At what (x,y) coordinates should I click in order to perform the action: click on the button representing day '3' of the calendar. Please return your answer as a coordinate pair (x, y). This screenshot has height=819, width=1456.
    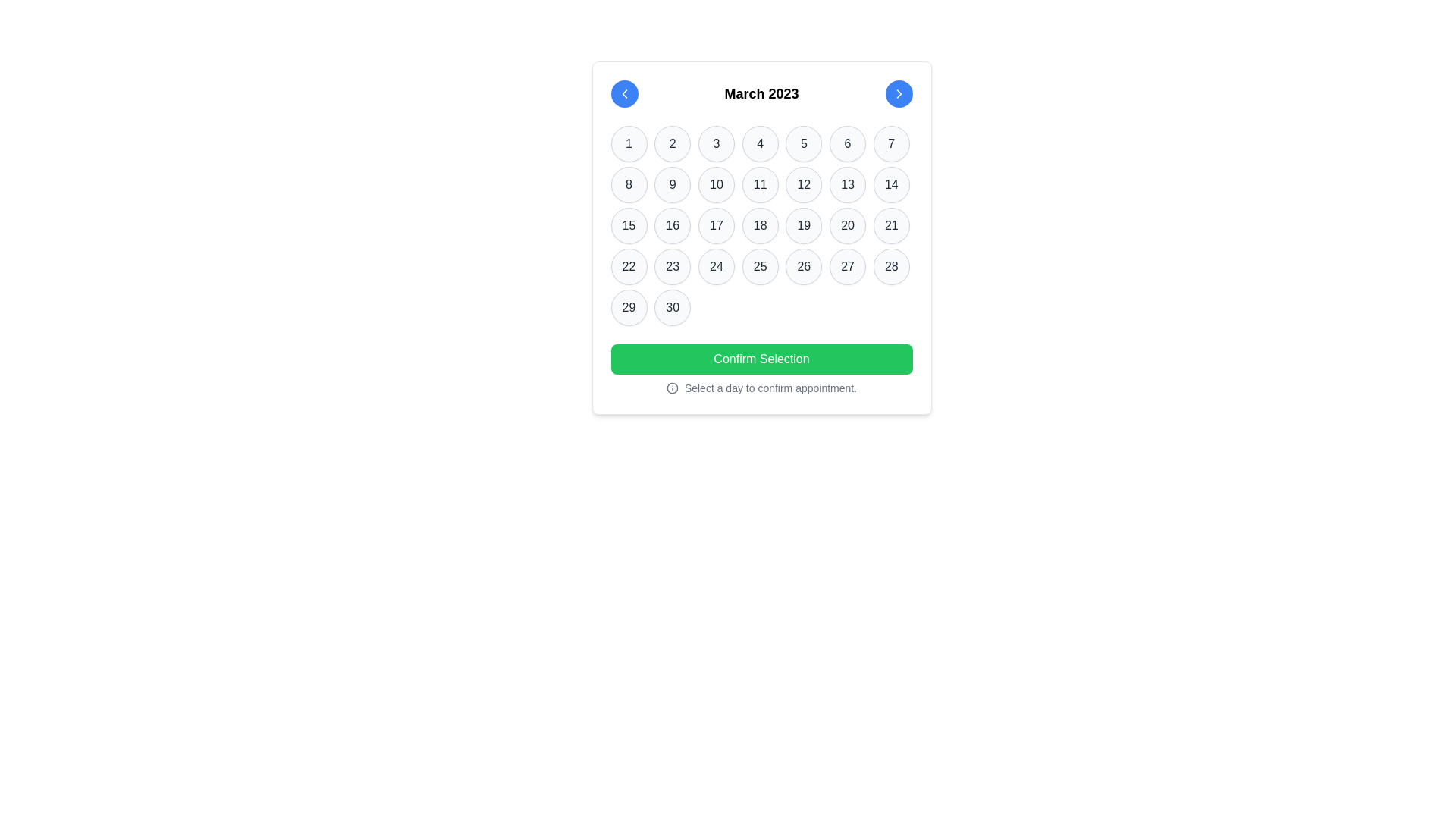
    Looking at the image, I should click on (715, 143).